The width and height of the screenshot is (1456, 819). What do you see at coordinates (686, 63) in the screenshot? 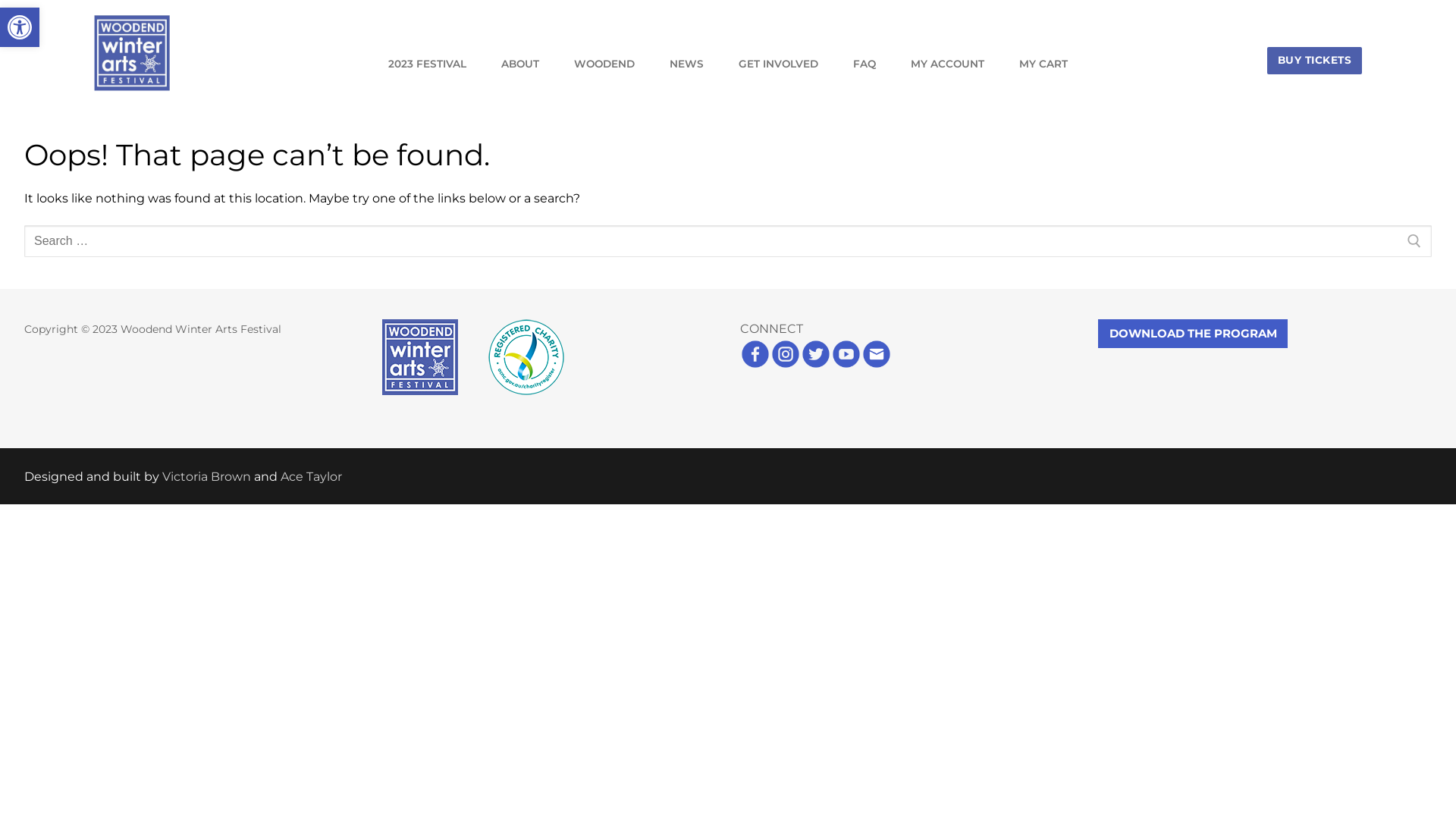
I see `'NEWS'` at bounding box center [686, 63].